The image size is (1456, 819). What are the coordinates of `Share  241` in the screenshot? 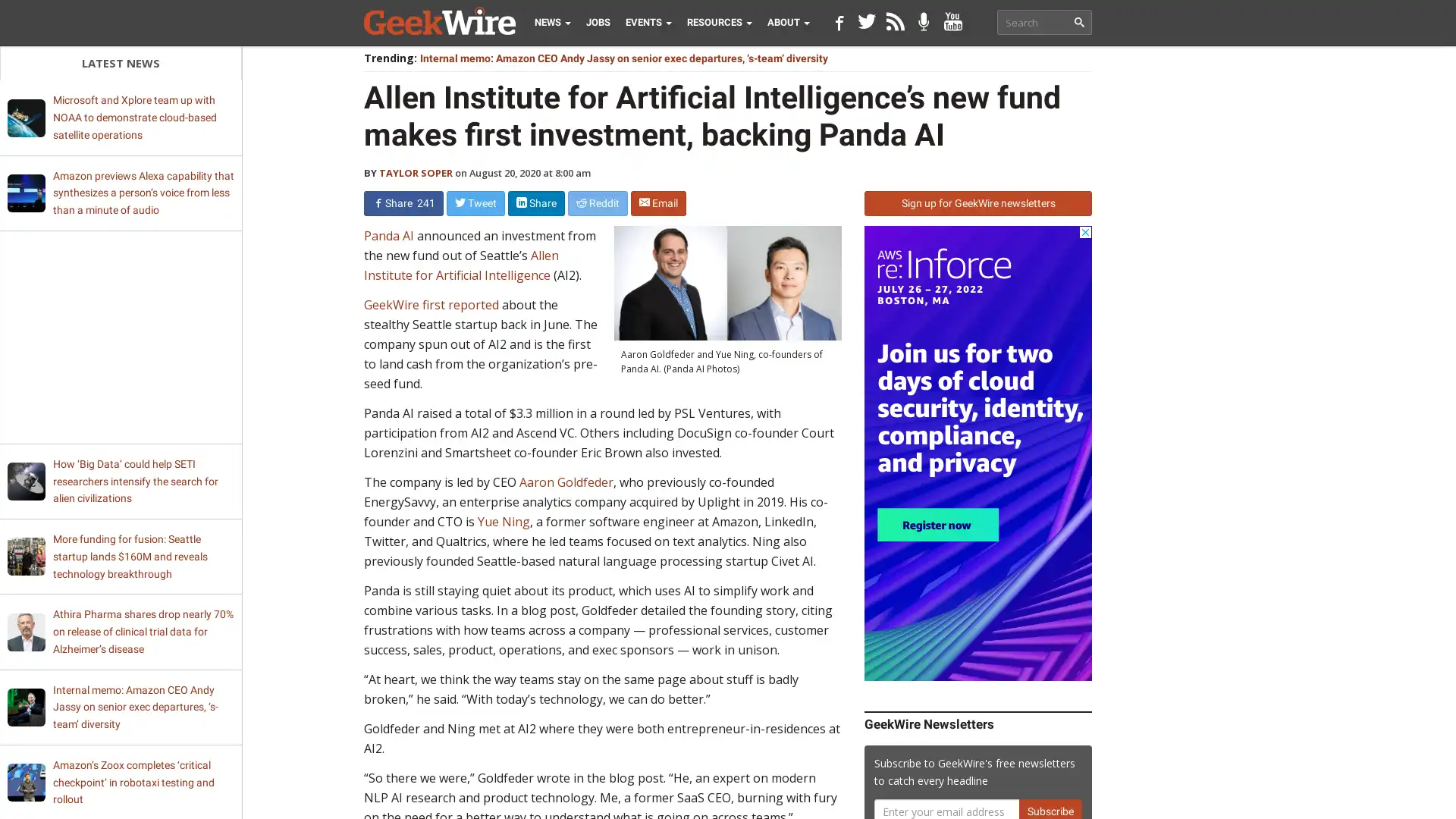 It's located at (403, 202).